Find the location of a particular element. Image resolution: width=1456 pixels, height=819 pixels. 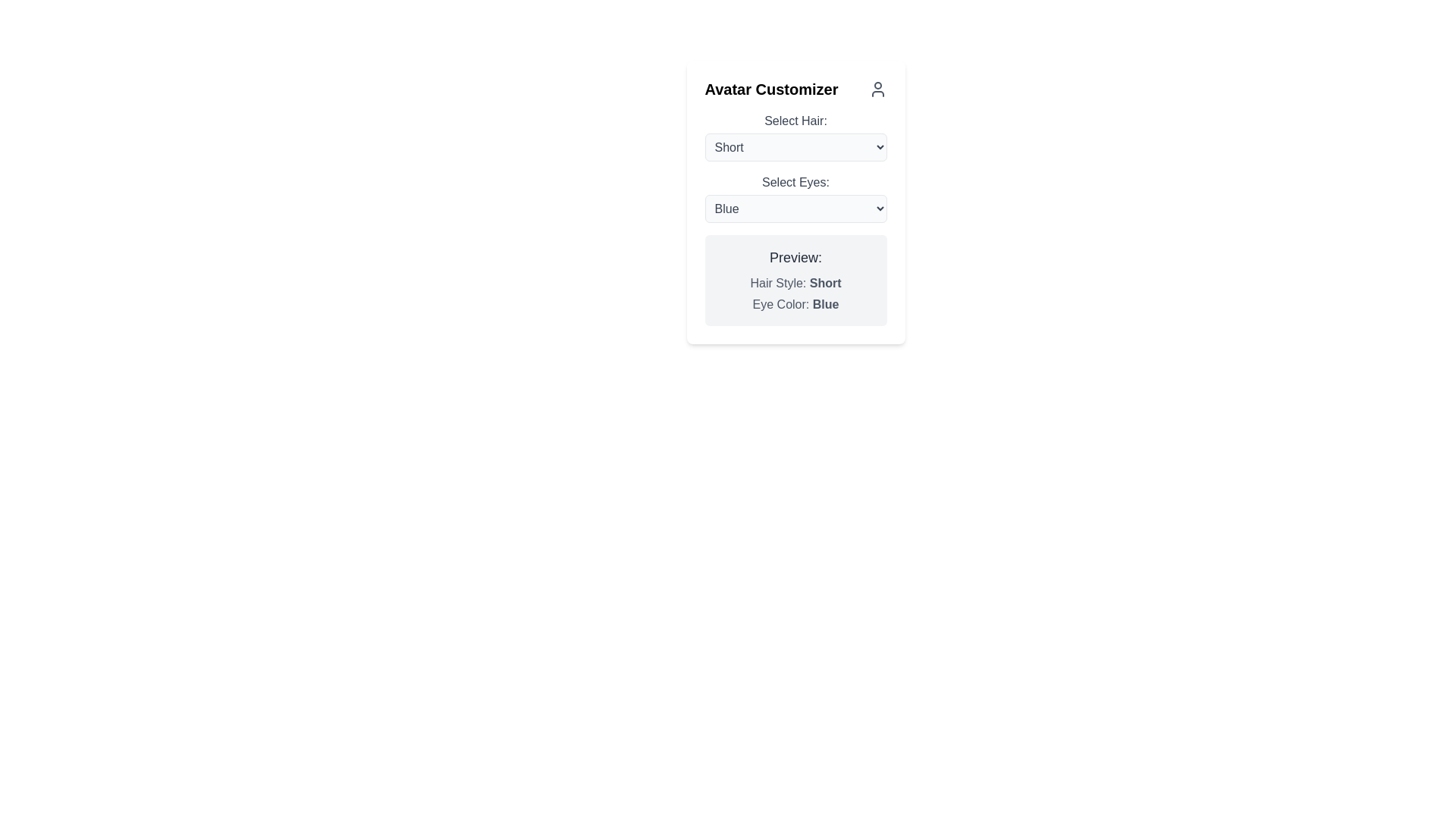

the 'Select Eyes:' dropdown menu is located at coordinates (795, 197).